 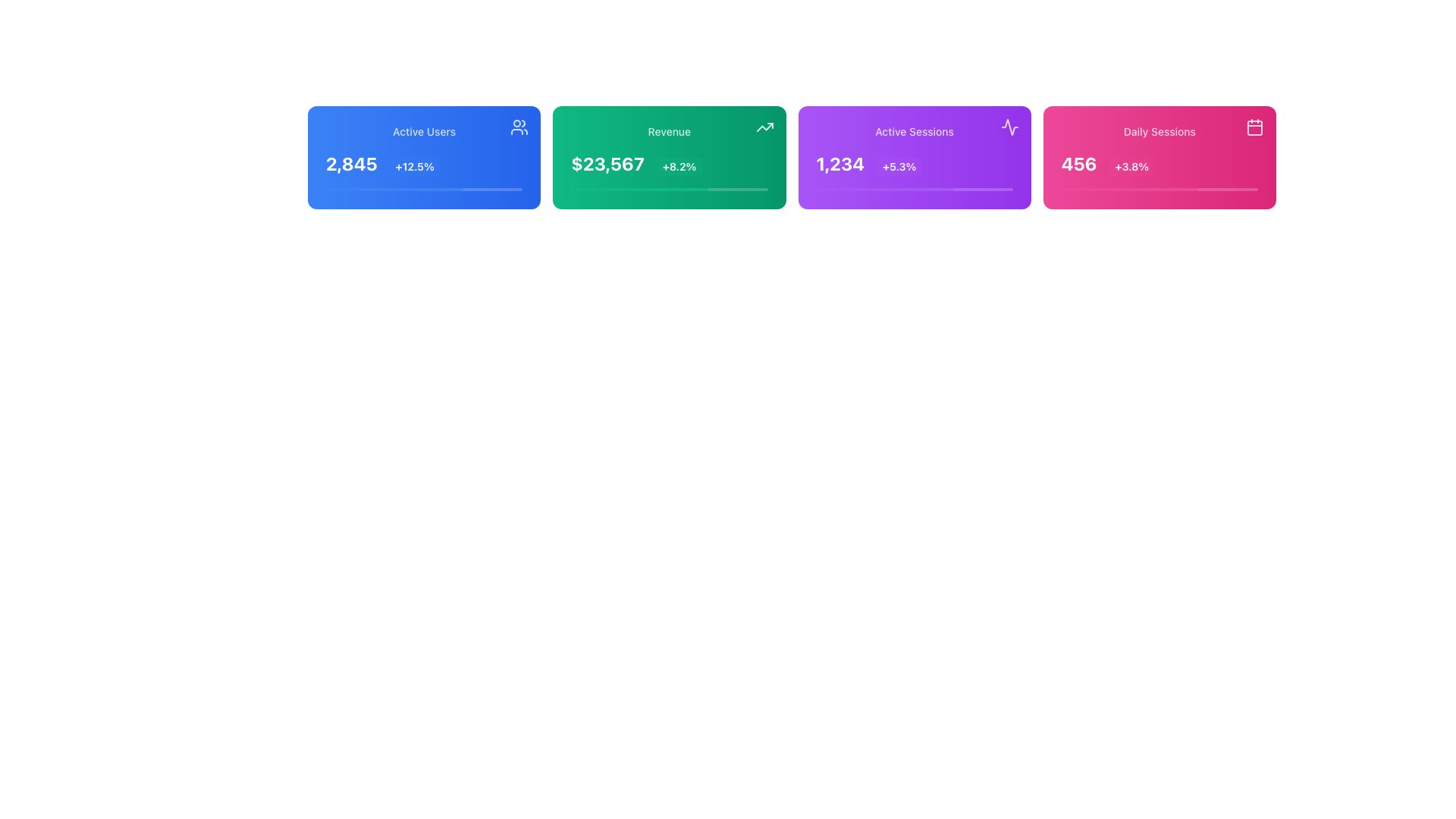 What do you see at coordinates (668, 130) in the screenshot?
I see `the descriptive label located at the top of the dashboard card, which provides context for the revenue amount and percentage change` at bounding box center [668, 130].